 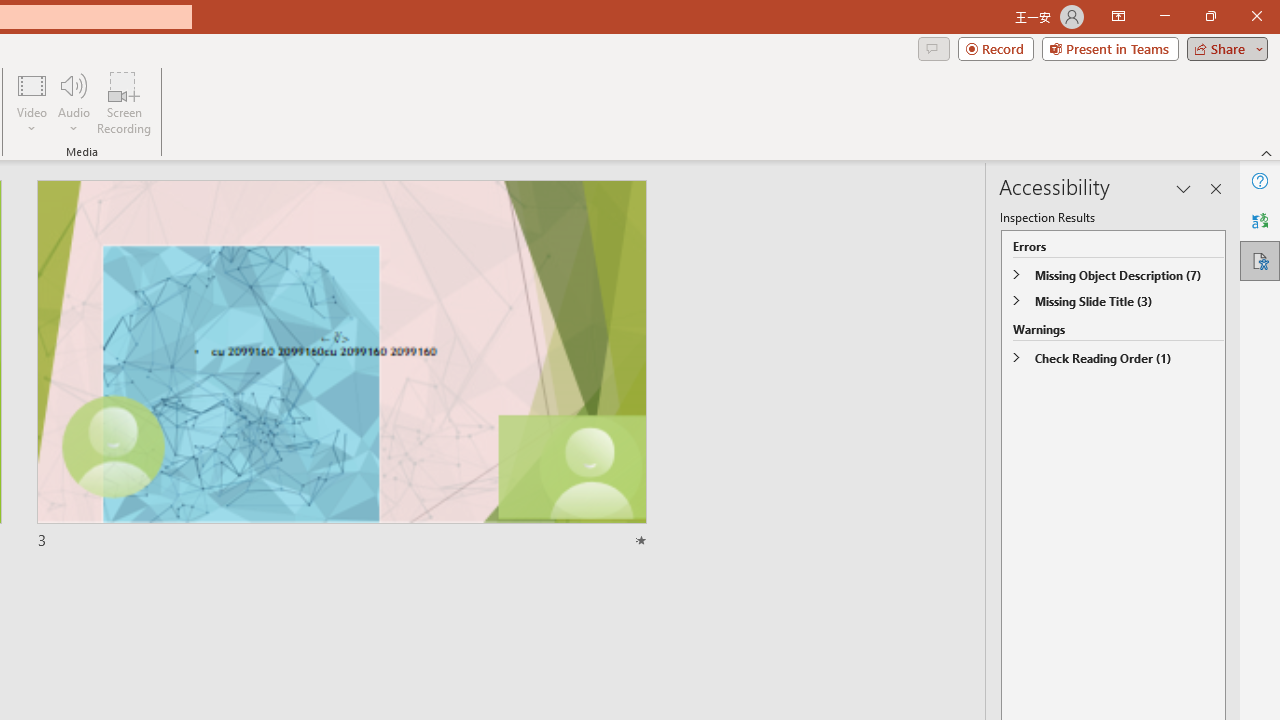 I want to click on 'Video', so click(x=32, y=103).